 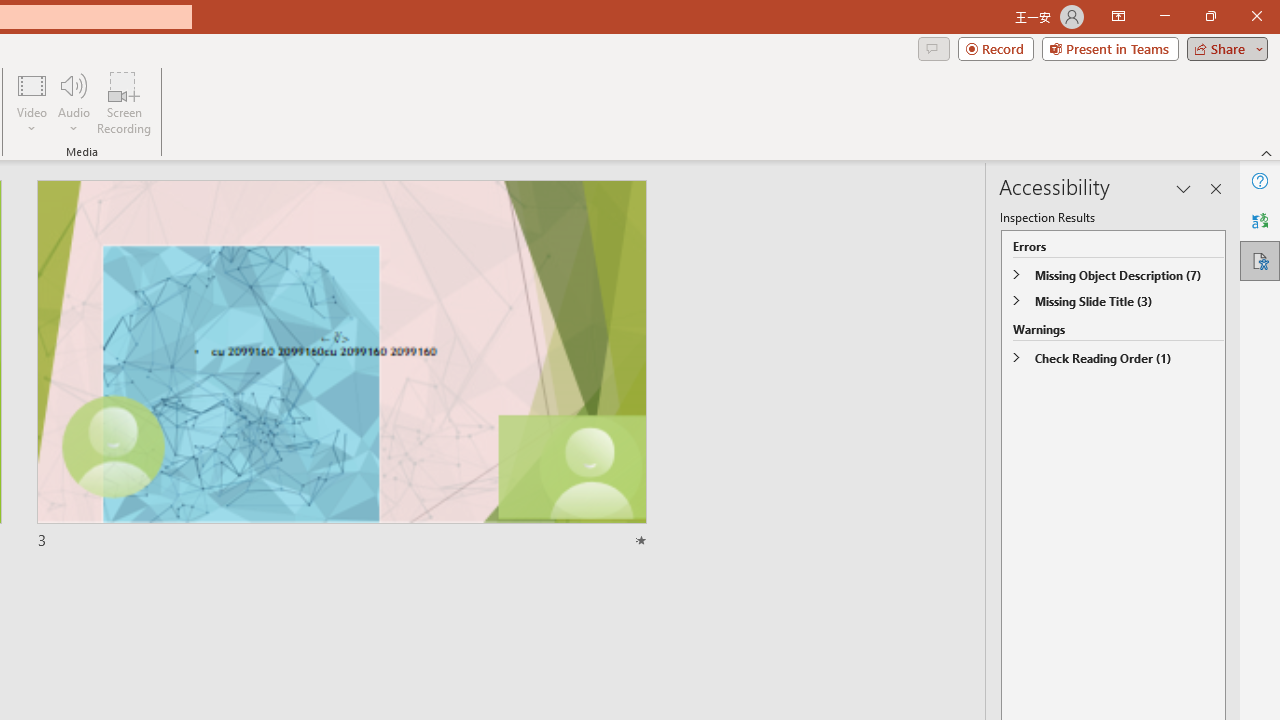 I want to click on 'Video', so click(x=32, y=103).